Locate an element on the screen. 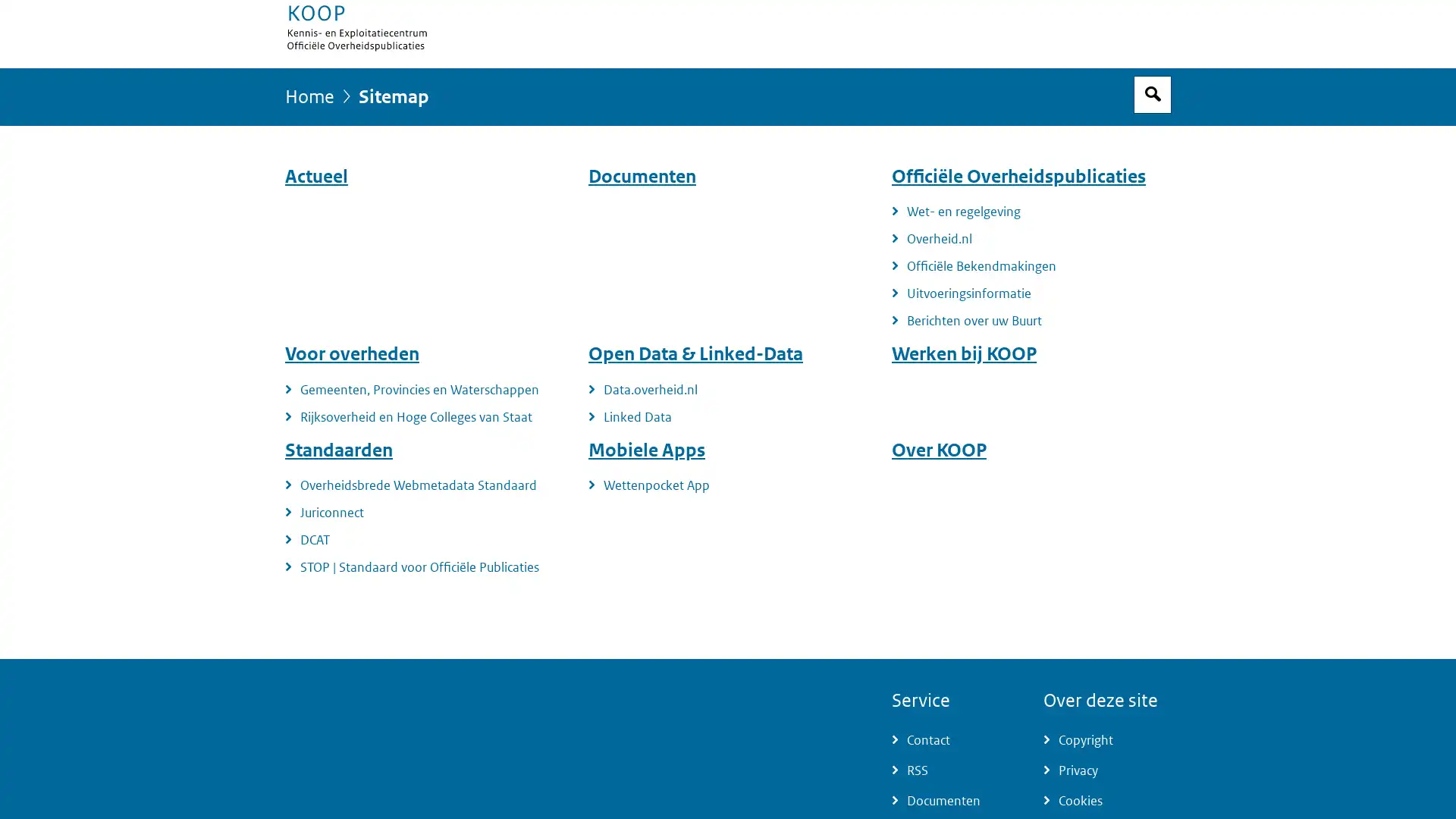 The image size is (1456, 819). Open zoekveld is located at coordinates (1153, 94).